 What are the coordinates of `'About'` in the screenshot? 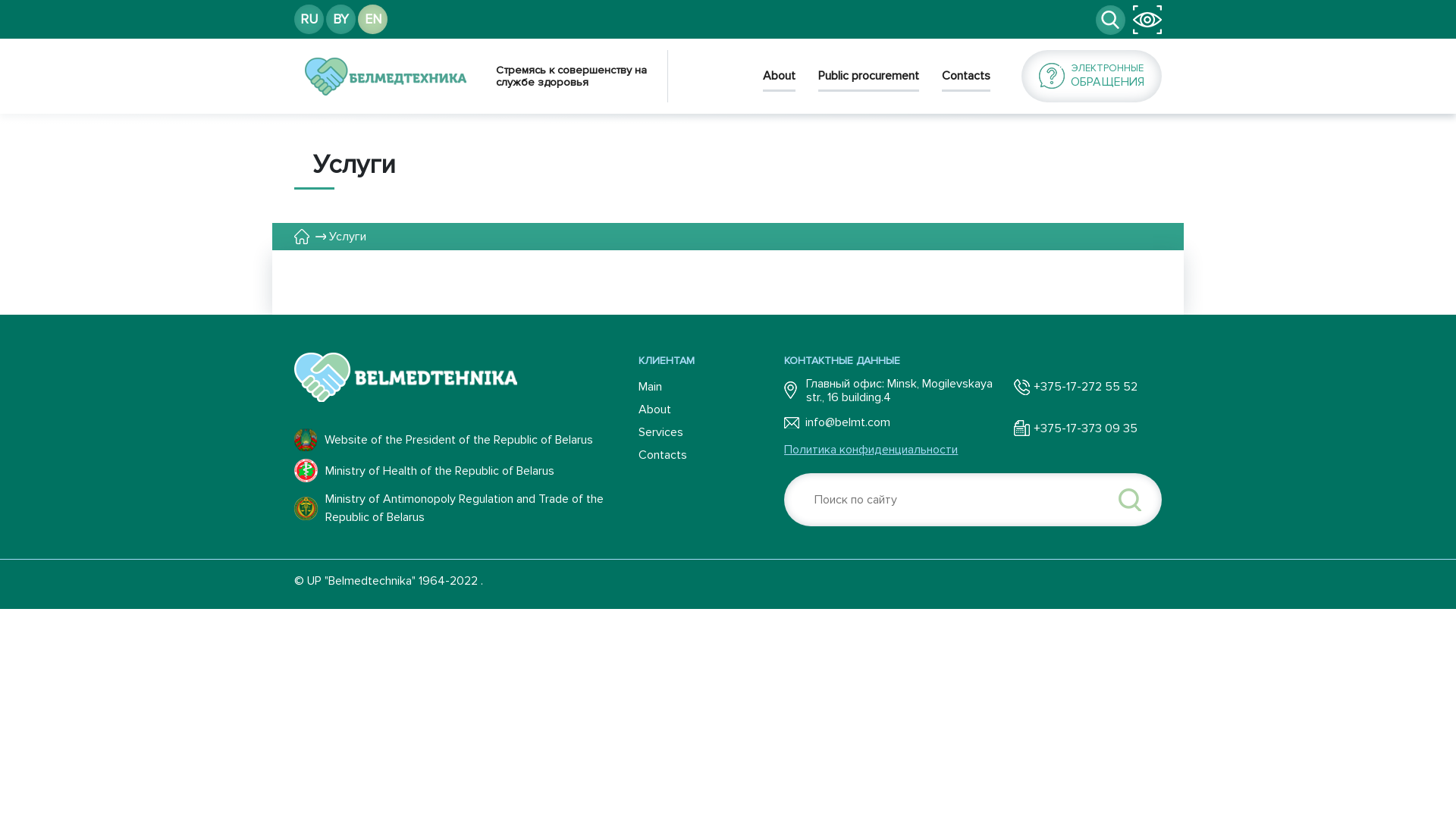 It's located at (710, 409).